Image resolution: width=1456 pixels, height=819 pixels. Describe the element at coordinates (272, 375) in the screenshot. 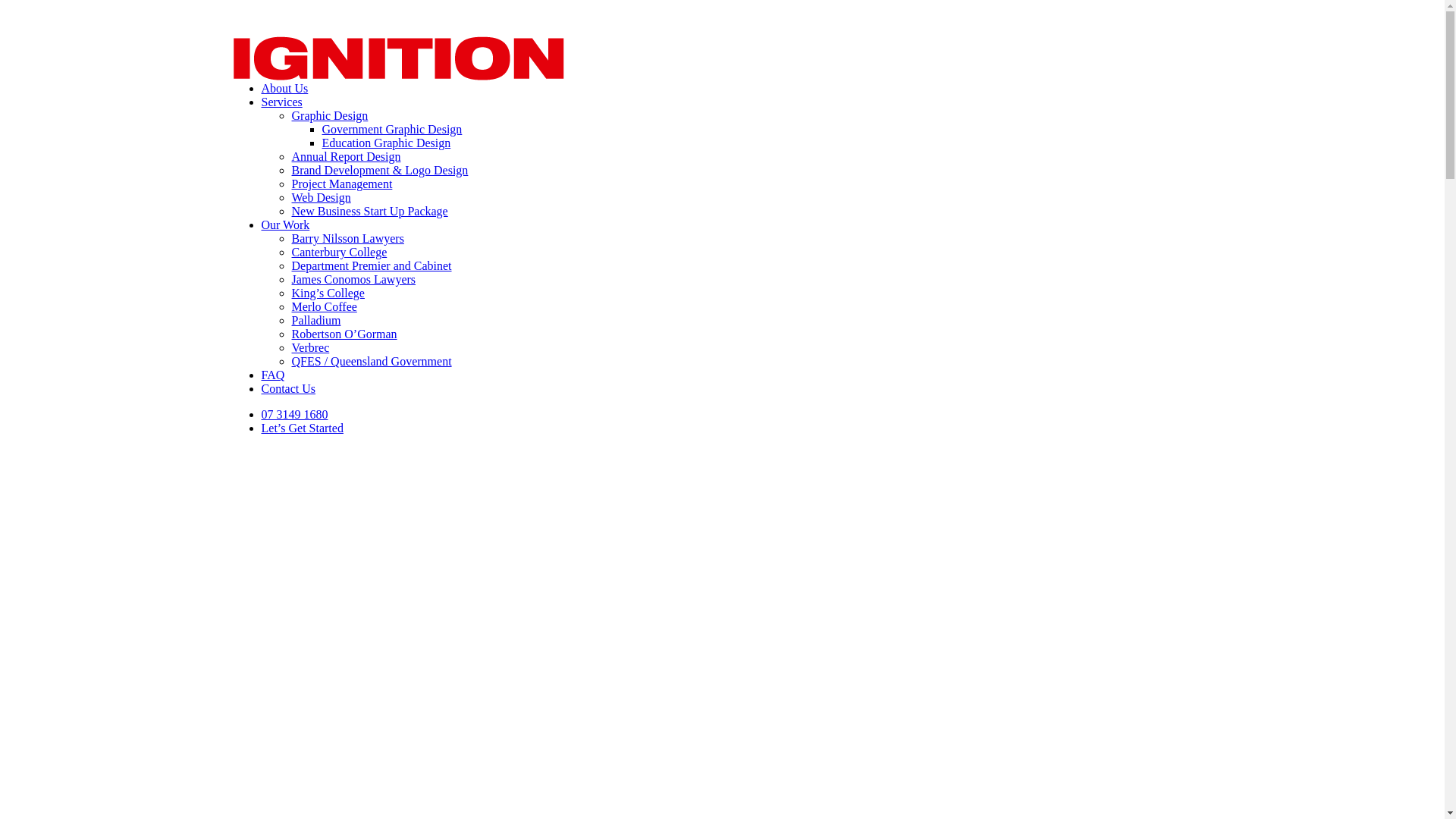

I see `'FAQ'` at that location.